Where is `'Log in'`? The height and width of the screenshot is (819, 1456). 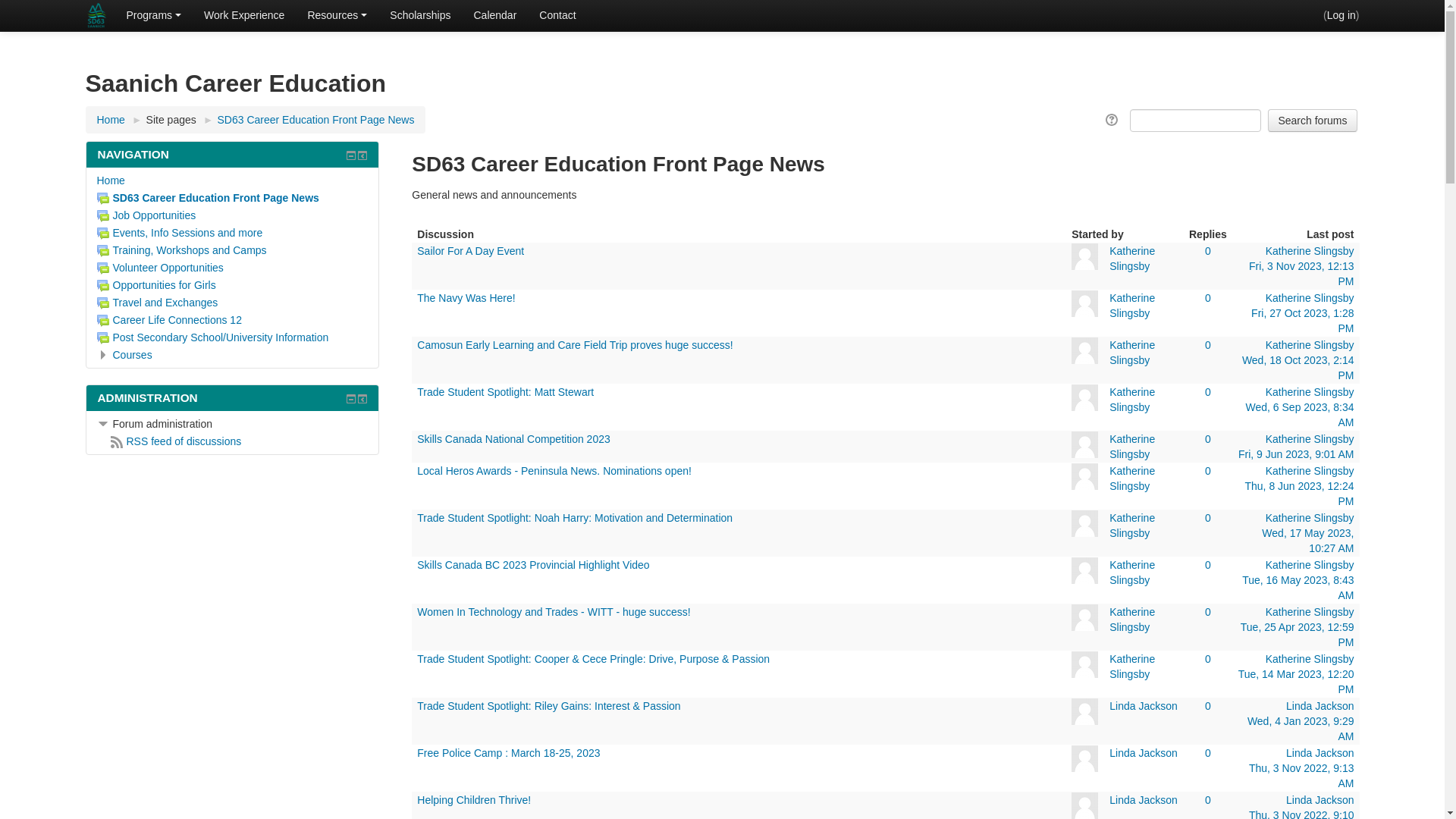
'Log in' is located at coordinates (1341, 14).